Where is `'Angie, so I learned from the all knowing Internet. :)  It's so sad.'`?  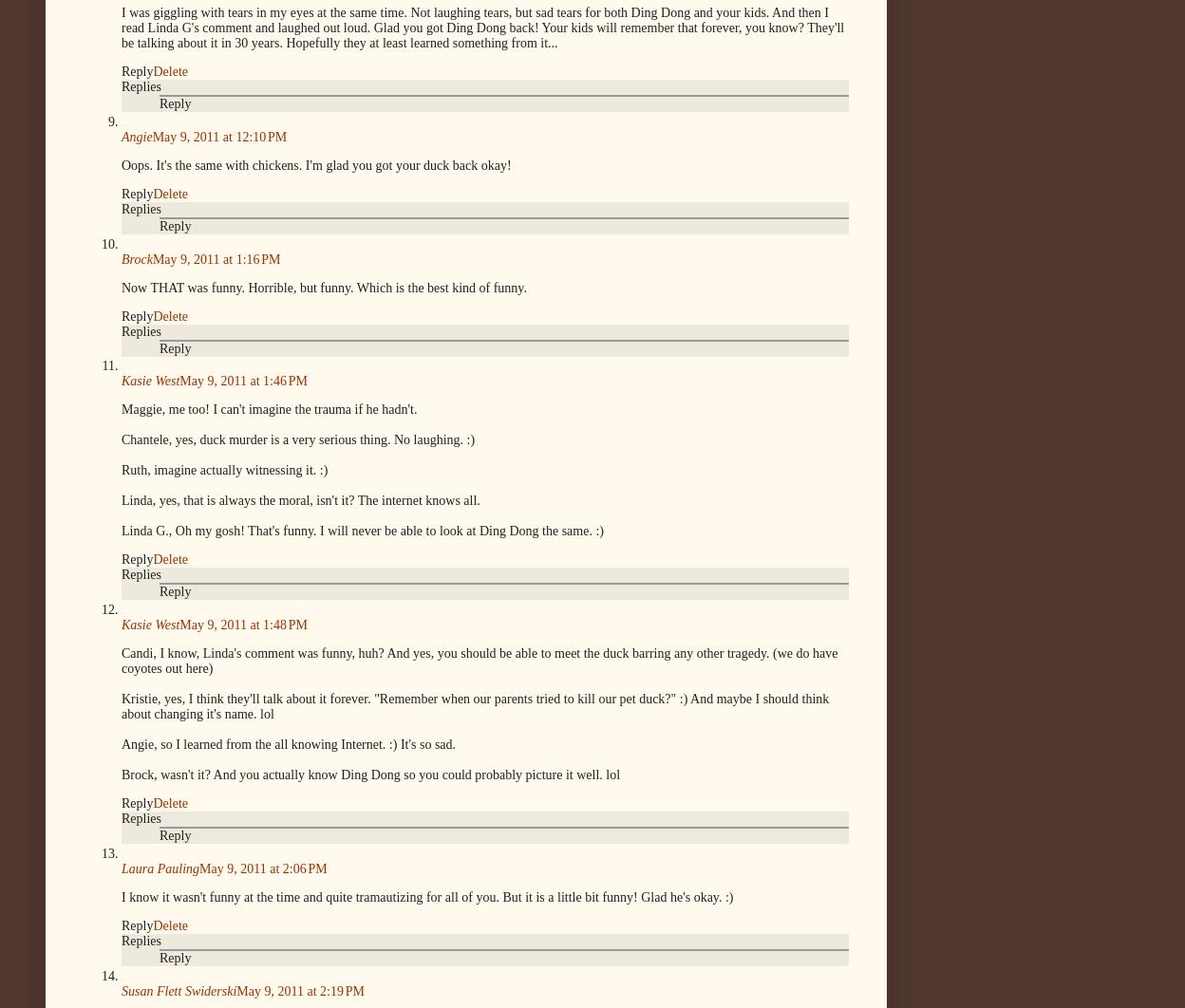
'Angie, so I learned from the all knowing Internet. :)  It's so sad.' is located at coordinates (288, 744).